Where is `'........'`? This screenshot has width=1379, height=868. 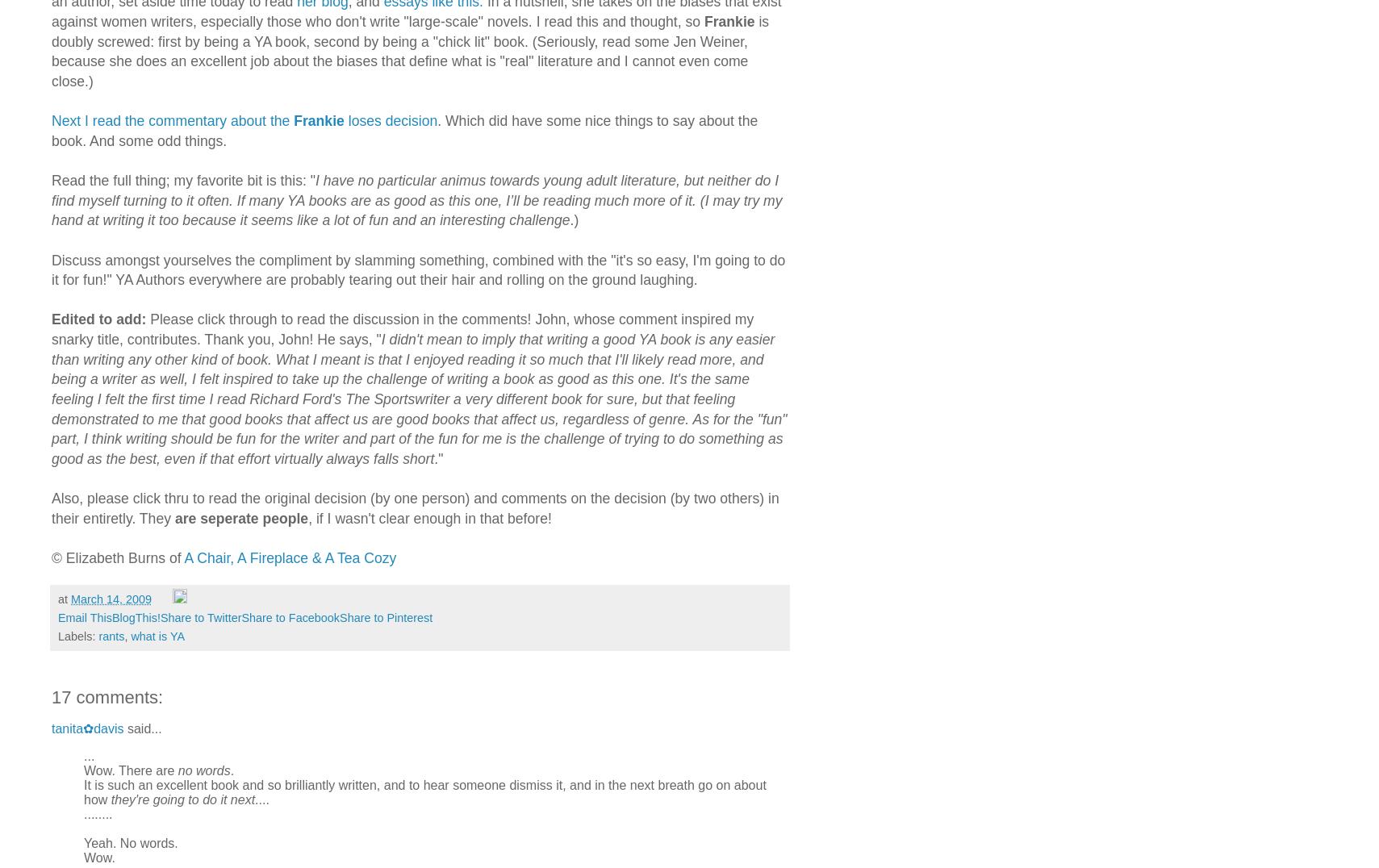 '........' is located at coordinates (97, 812).